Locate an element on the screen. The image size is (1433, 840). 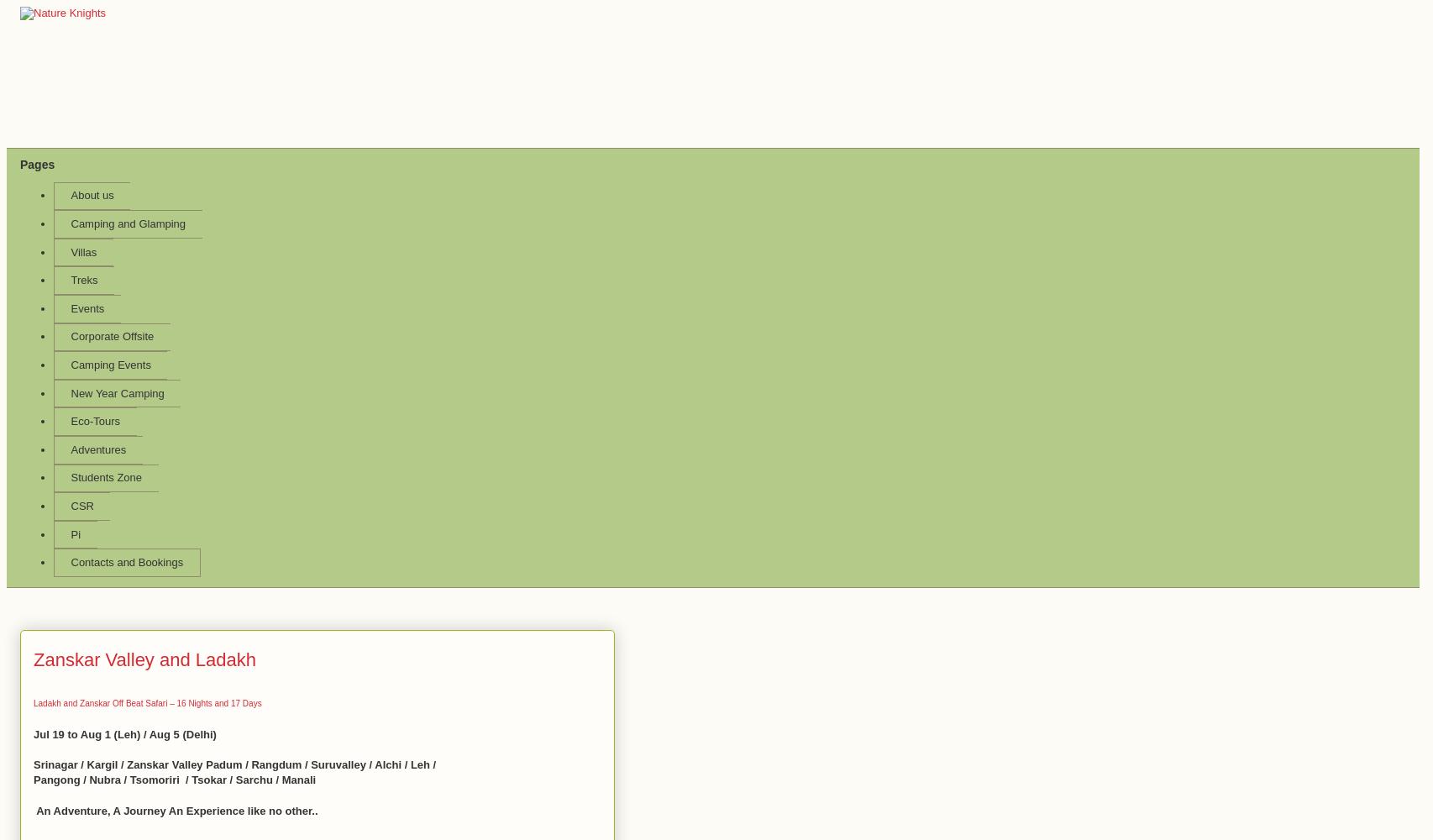
'Adventures' is located at coordinates (70, 449).